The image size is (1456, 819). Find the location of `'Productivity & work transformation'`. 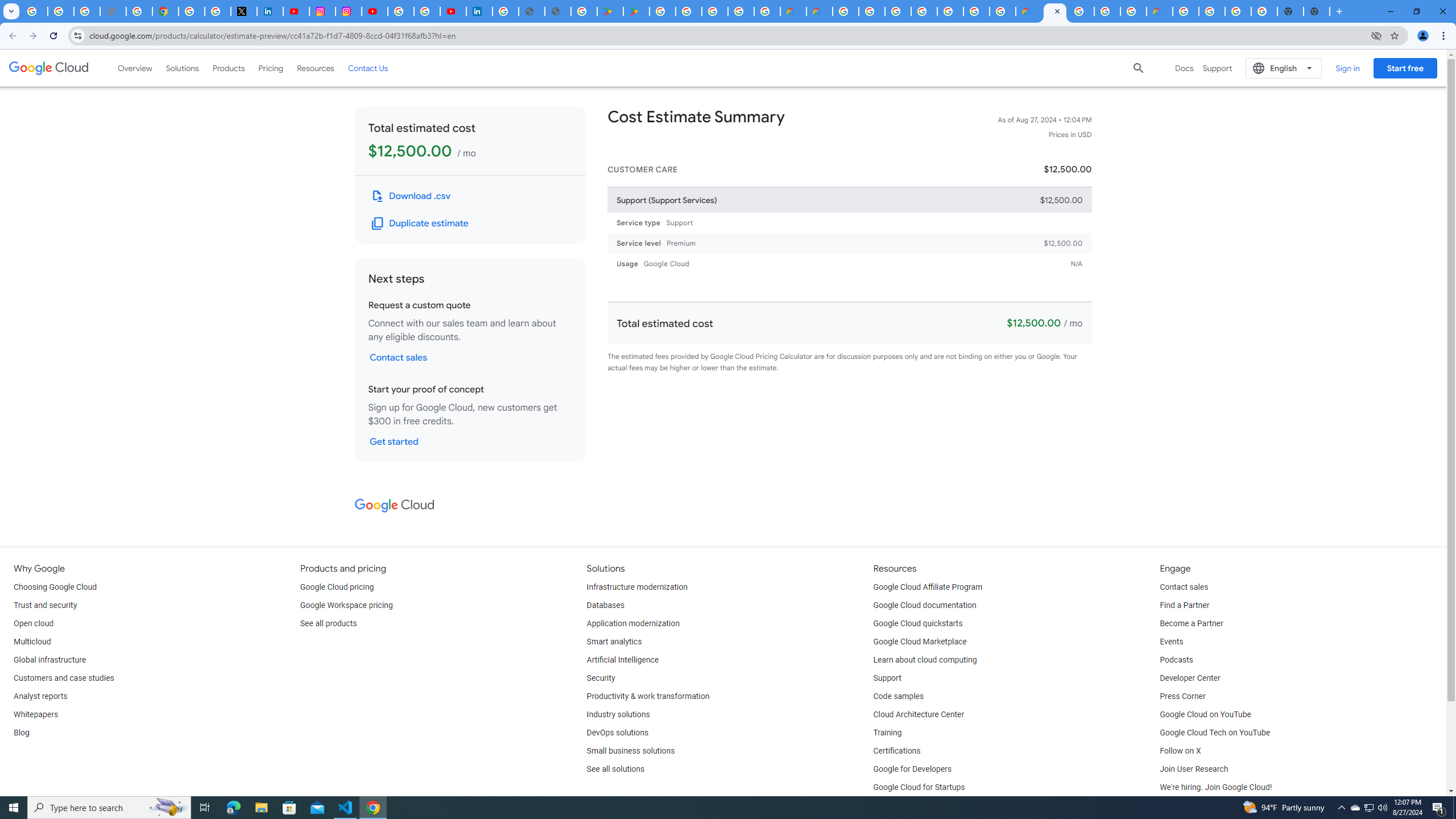

'Productivity & work transformation' is located at coordinates (648, 697).